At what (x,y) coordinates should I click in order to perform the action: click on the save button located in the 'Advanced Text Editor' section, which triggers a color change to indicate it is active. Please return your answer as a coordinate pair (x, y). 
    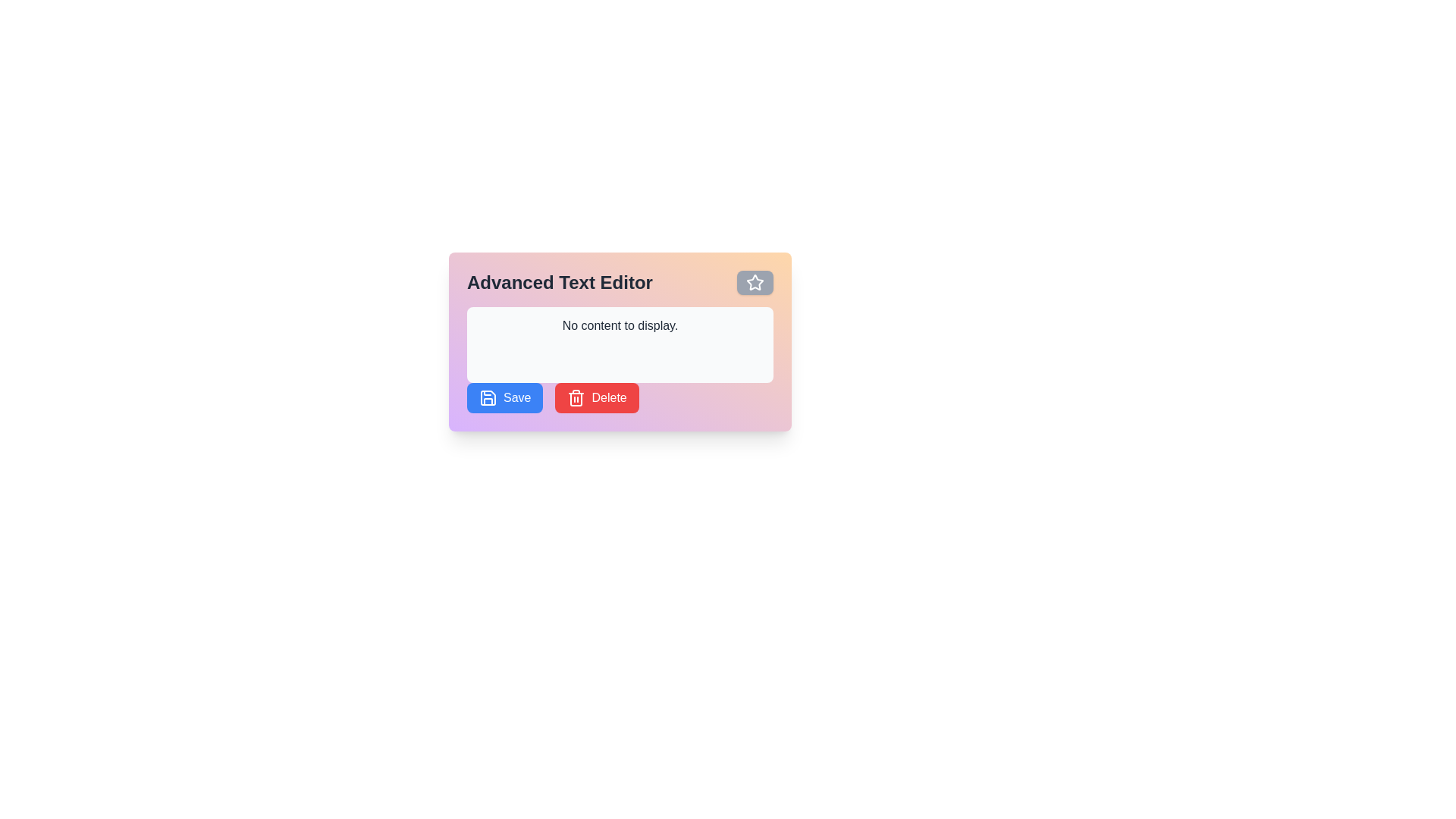
    Looking at the image, I should click on (505, 397).